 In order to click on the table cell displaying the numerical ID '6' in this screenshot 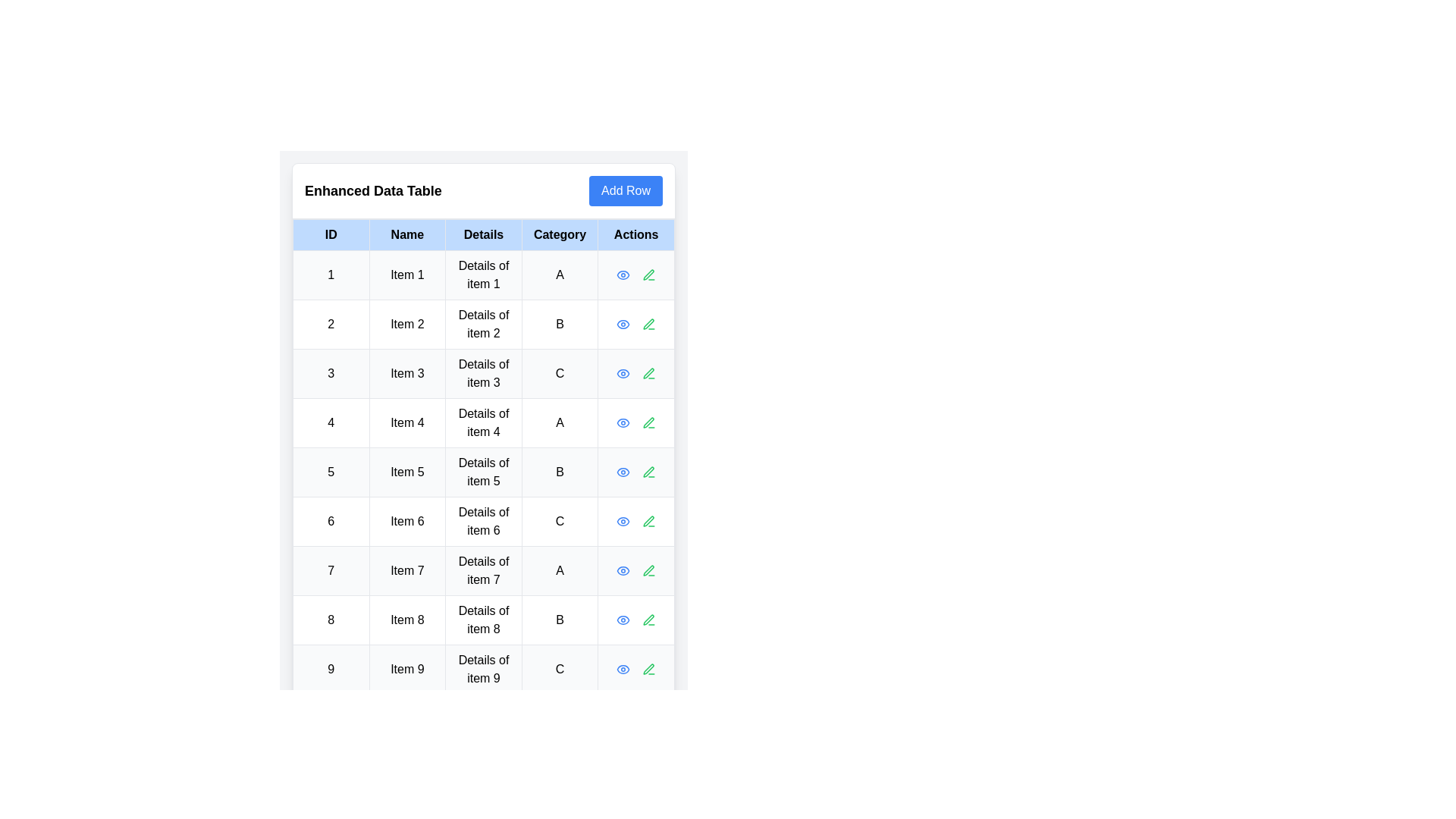, I will do `click(330, 520)`.